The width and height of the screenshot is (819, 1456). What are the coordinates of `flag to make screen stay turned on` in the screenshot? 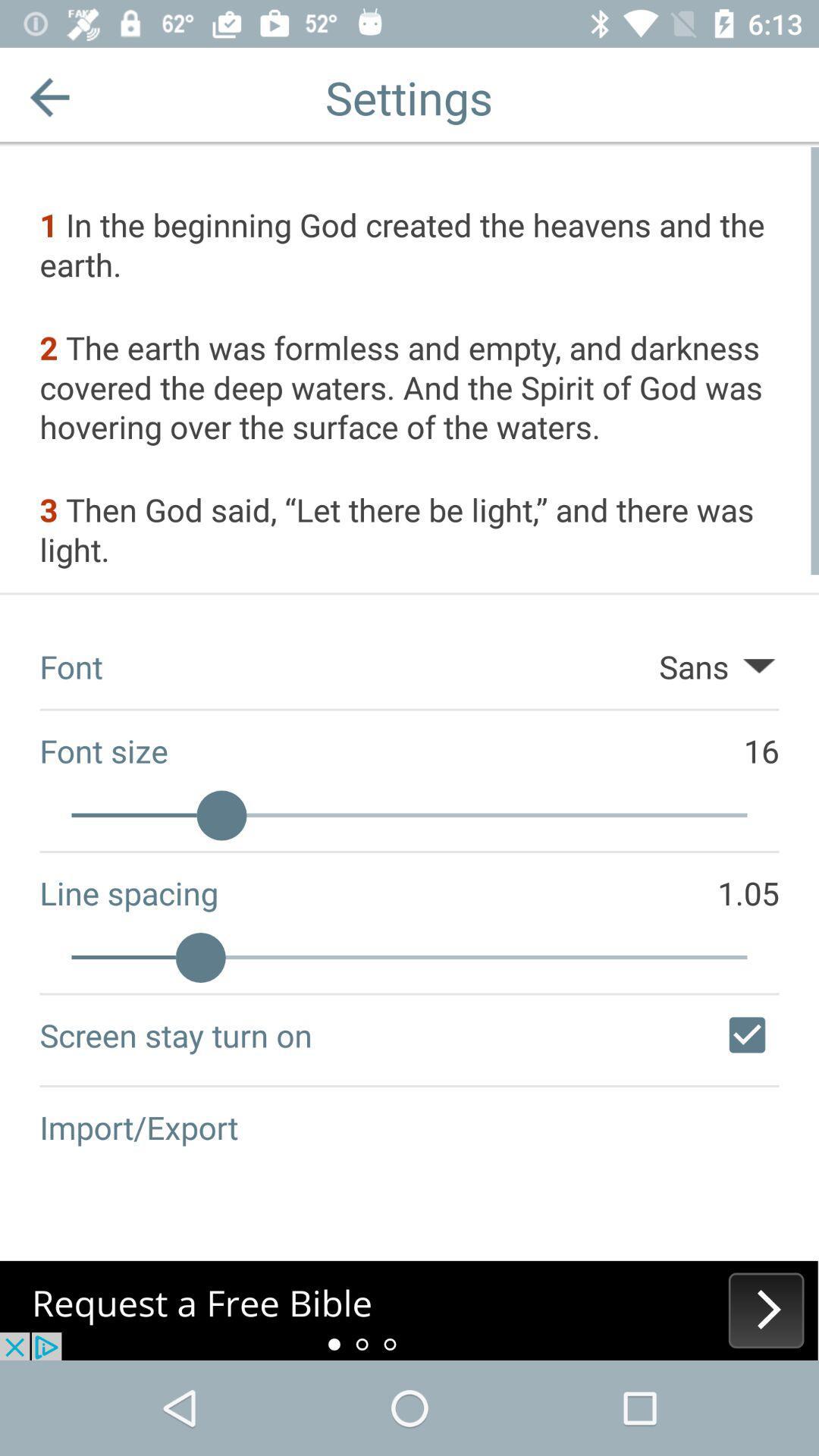 It's located at (746, 1034).